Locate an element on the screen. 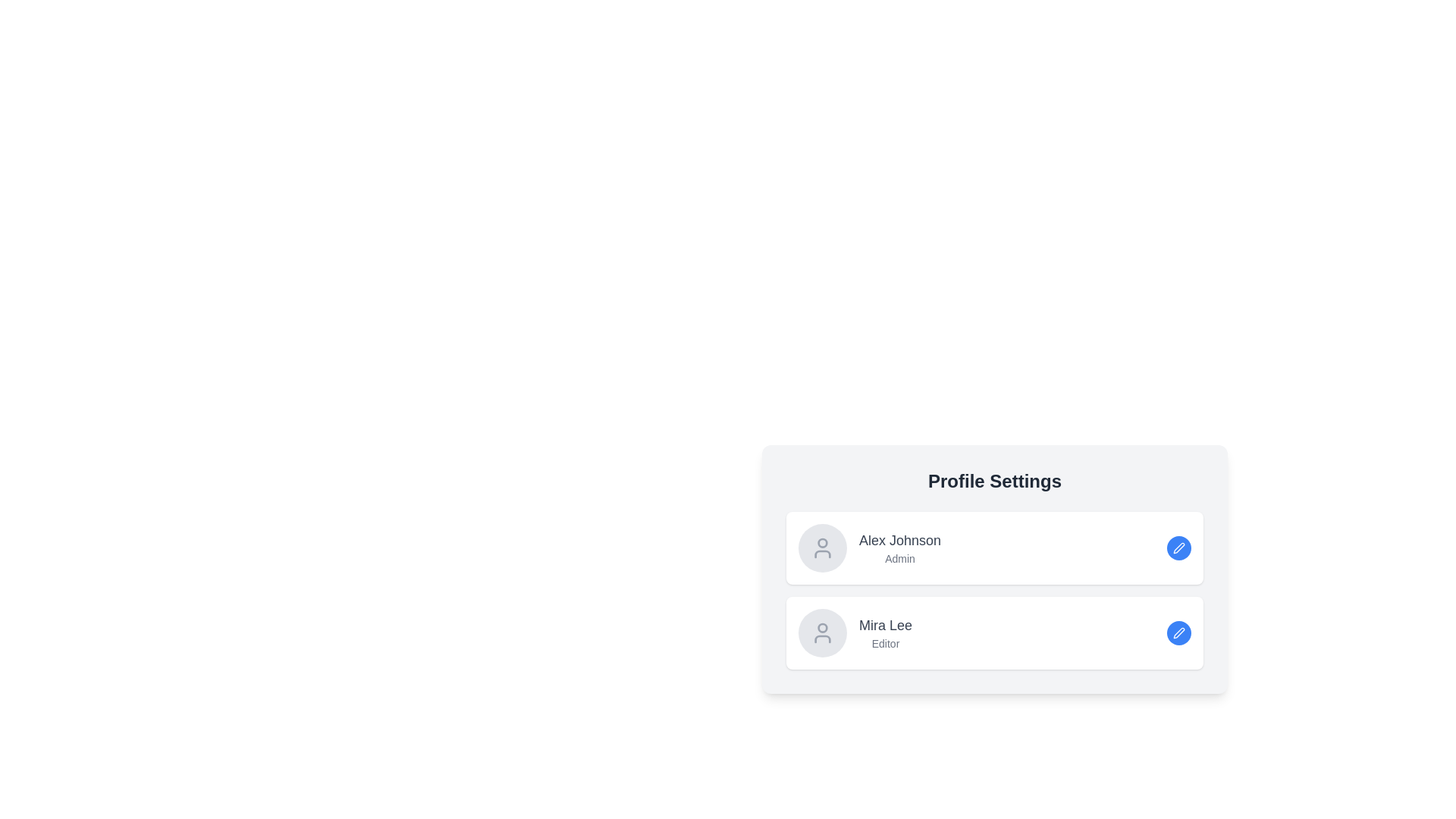 The height and width of the screenshot is (819, 1456). the Profile Information Card for 'Alex Johnson', which displays the user's name and role is located at coordinates (870, 548).